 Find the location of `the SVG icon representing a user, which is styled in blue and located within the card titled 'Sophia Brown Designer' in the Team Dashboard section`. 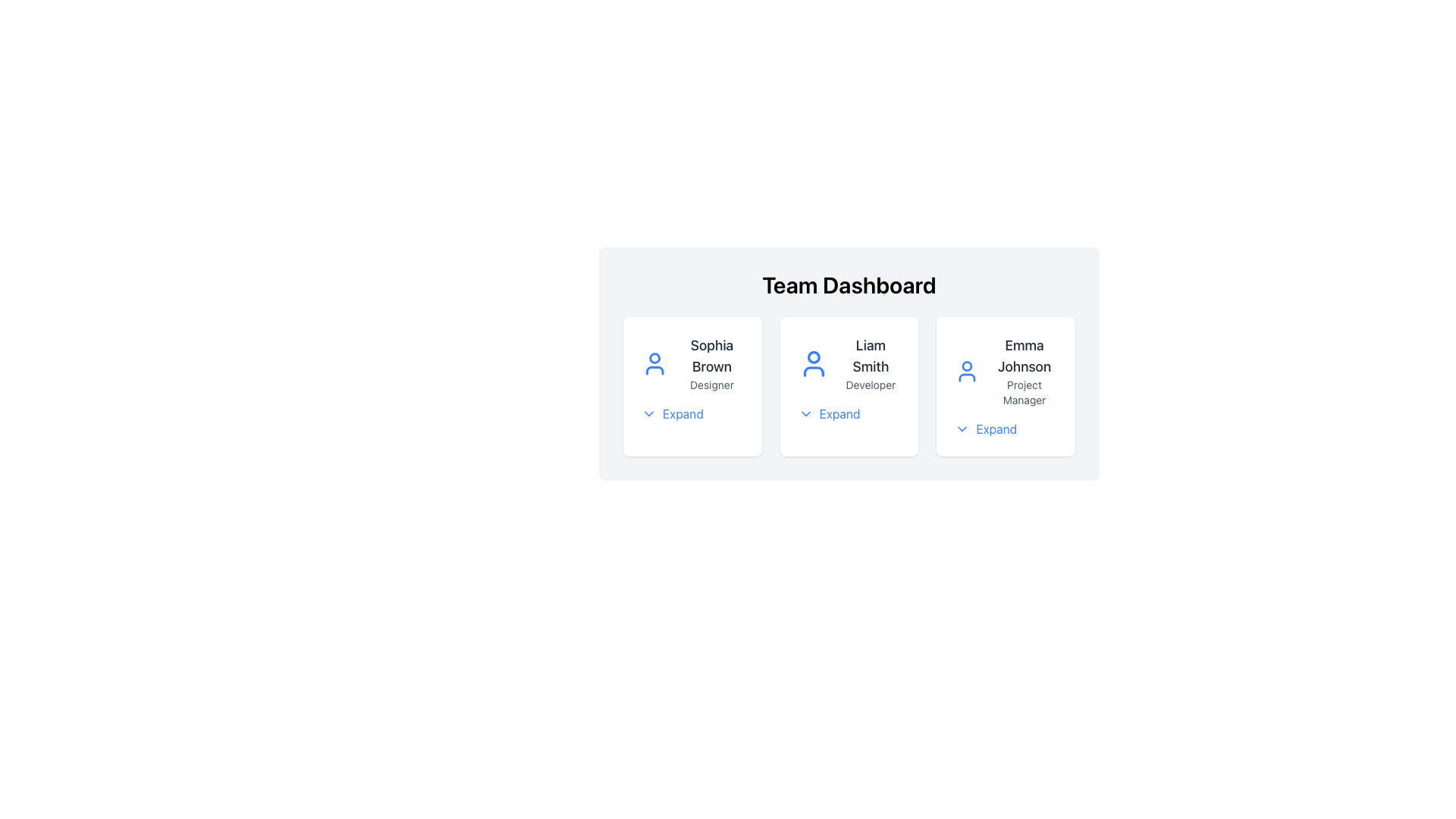

the SVG icon representing a user, which is styled in blue and located within the card titled 'Sophia Brown Designer' in the Team Dashboard section is located at coordinates (654, 363).